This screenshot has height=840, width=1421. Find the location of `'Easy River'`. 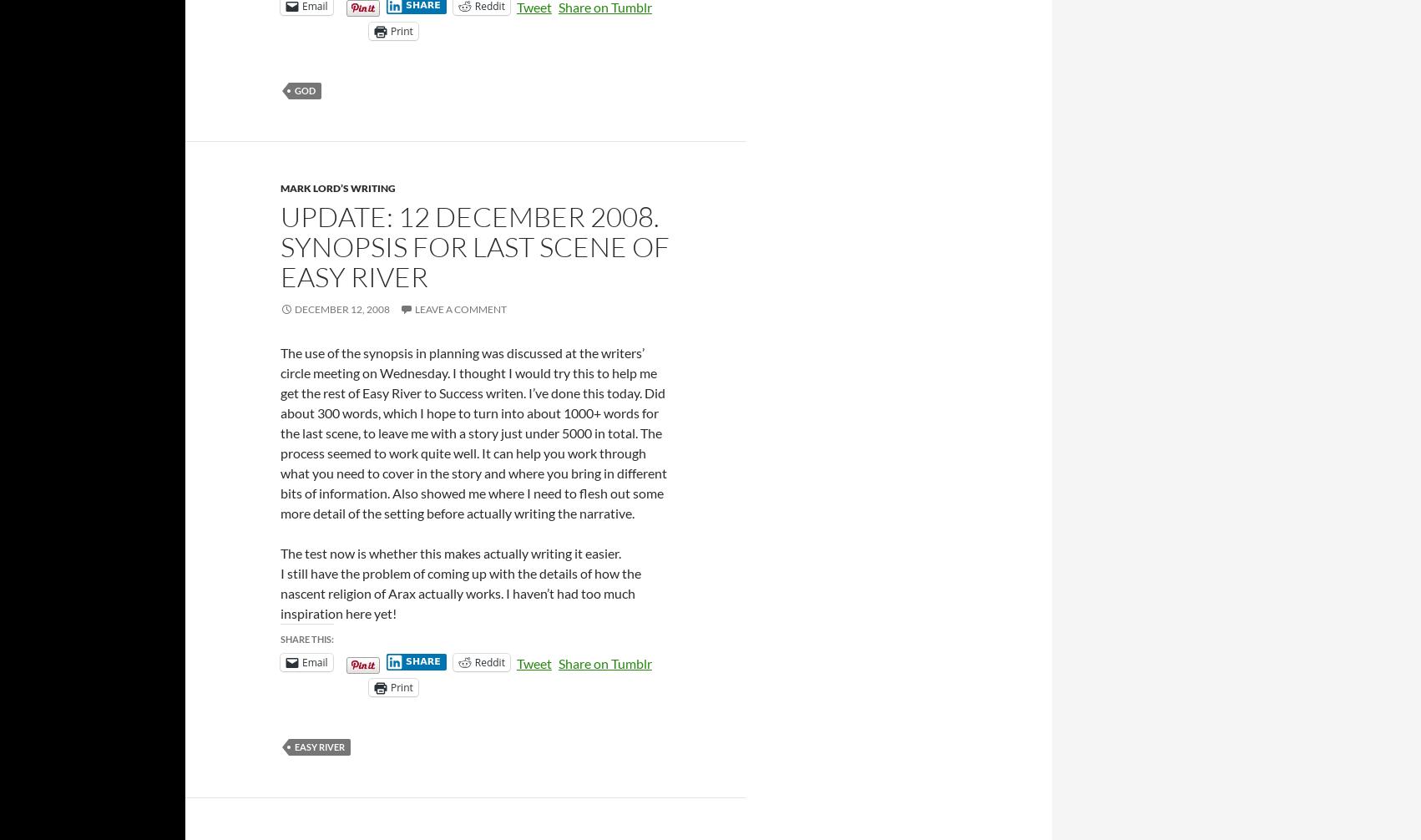

'Easy River' is located at coordinates (319, 745).